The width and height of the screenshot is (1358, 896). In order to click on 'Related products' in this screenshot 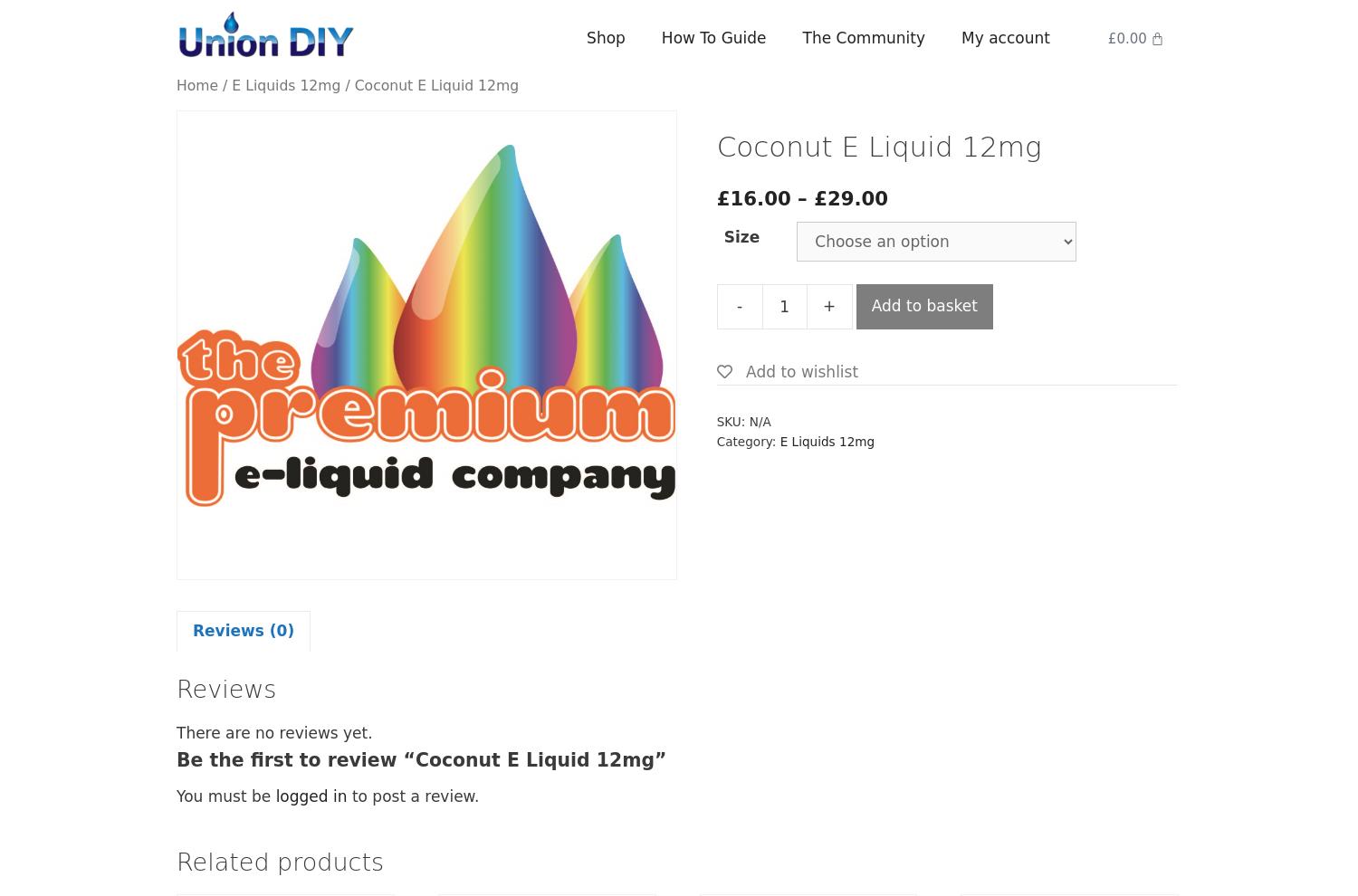, I will do `click(280, 862)`.